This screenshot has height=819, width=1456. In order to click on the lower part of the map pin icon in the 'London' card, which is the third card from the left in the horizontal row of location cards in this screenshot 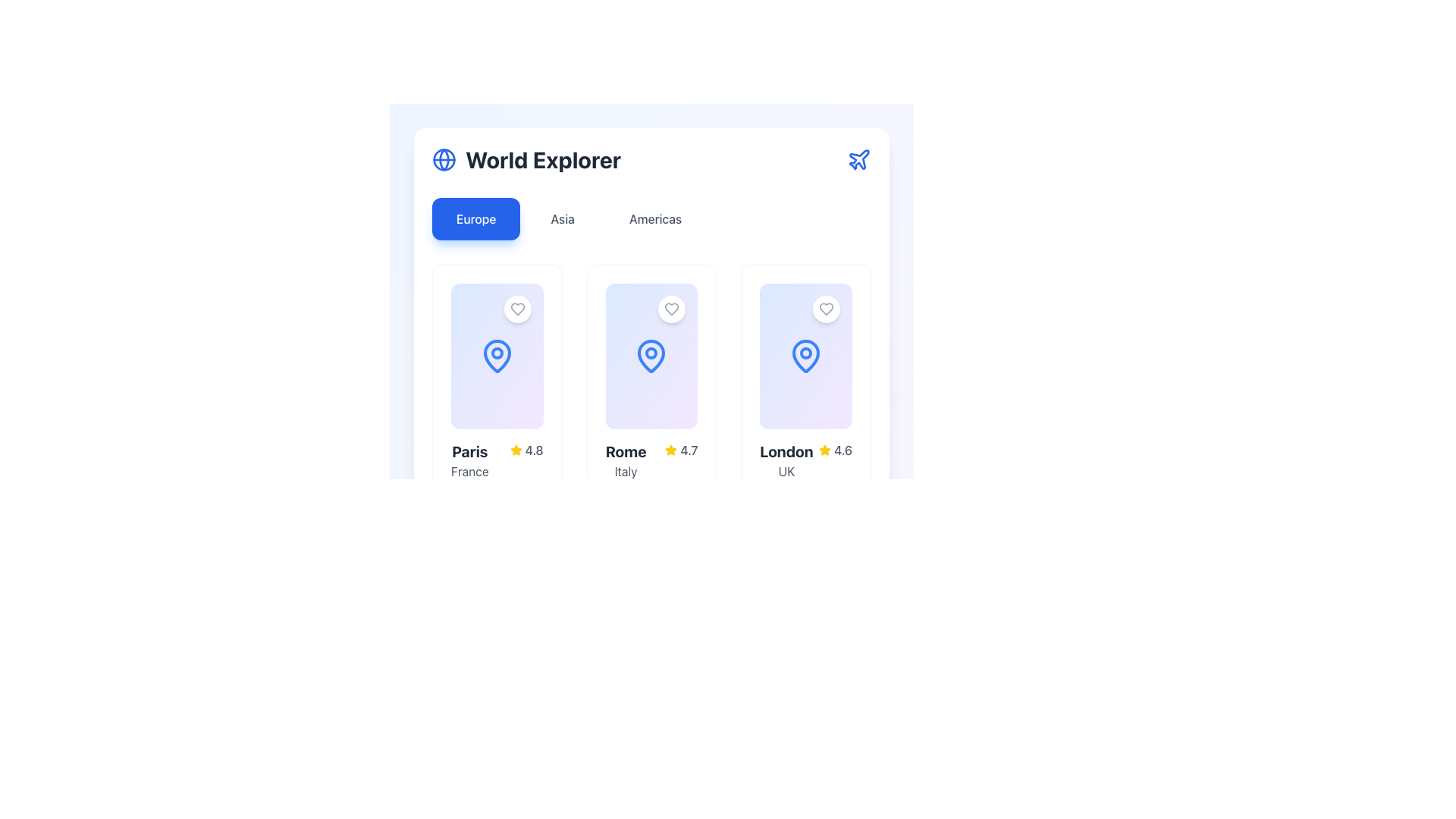, I will do `click(805, 356)`.